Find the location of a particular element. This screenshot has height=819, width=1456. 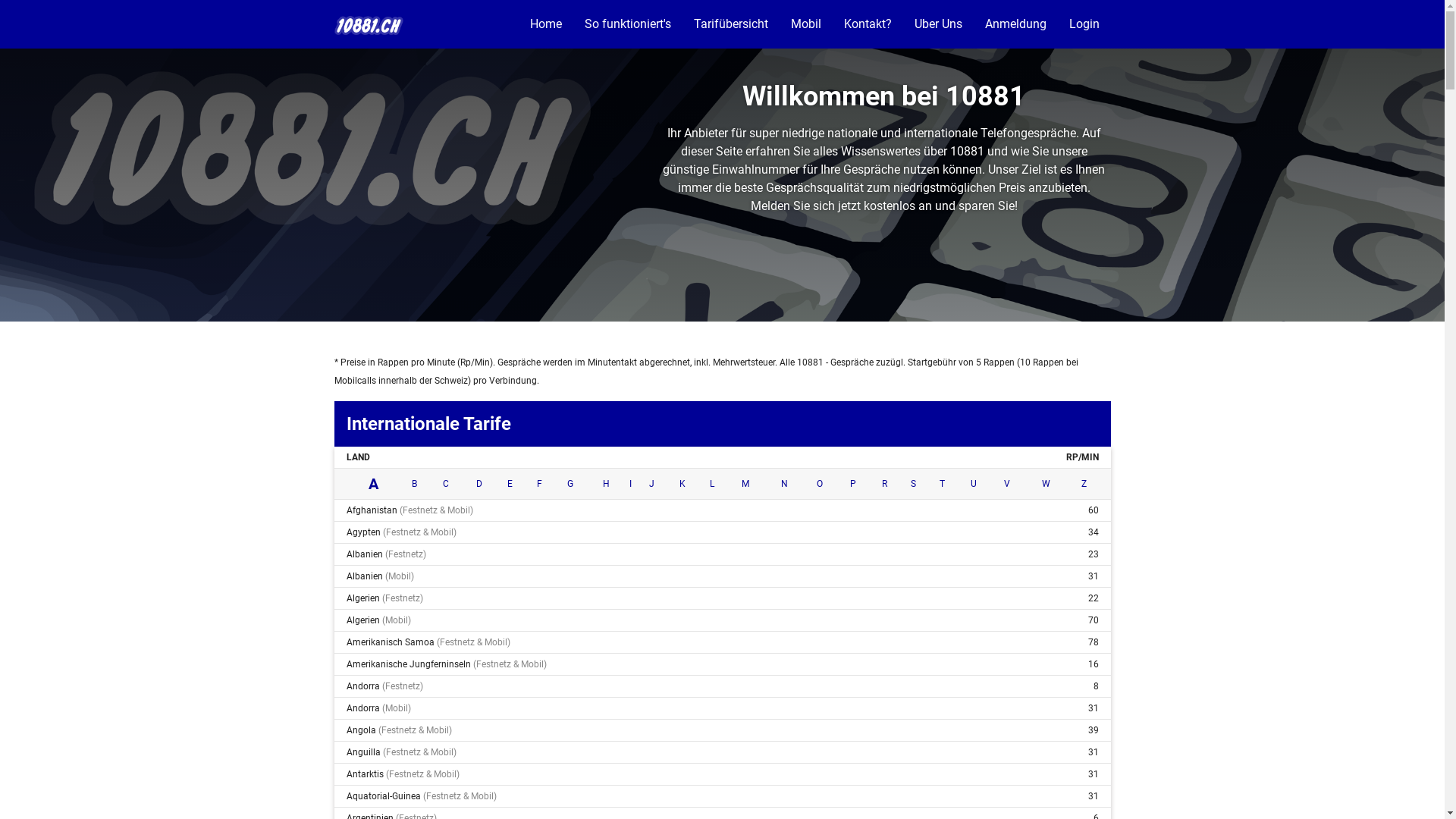

'J' is located at coordinates (651, 483).